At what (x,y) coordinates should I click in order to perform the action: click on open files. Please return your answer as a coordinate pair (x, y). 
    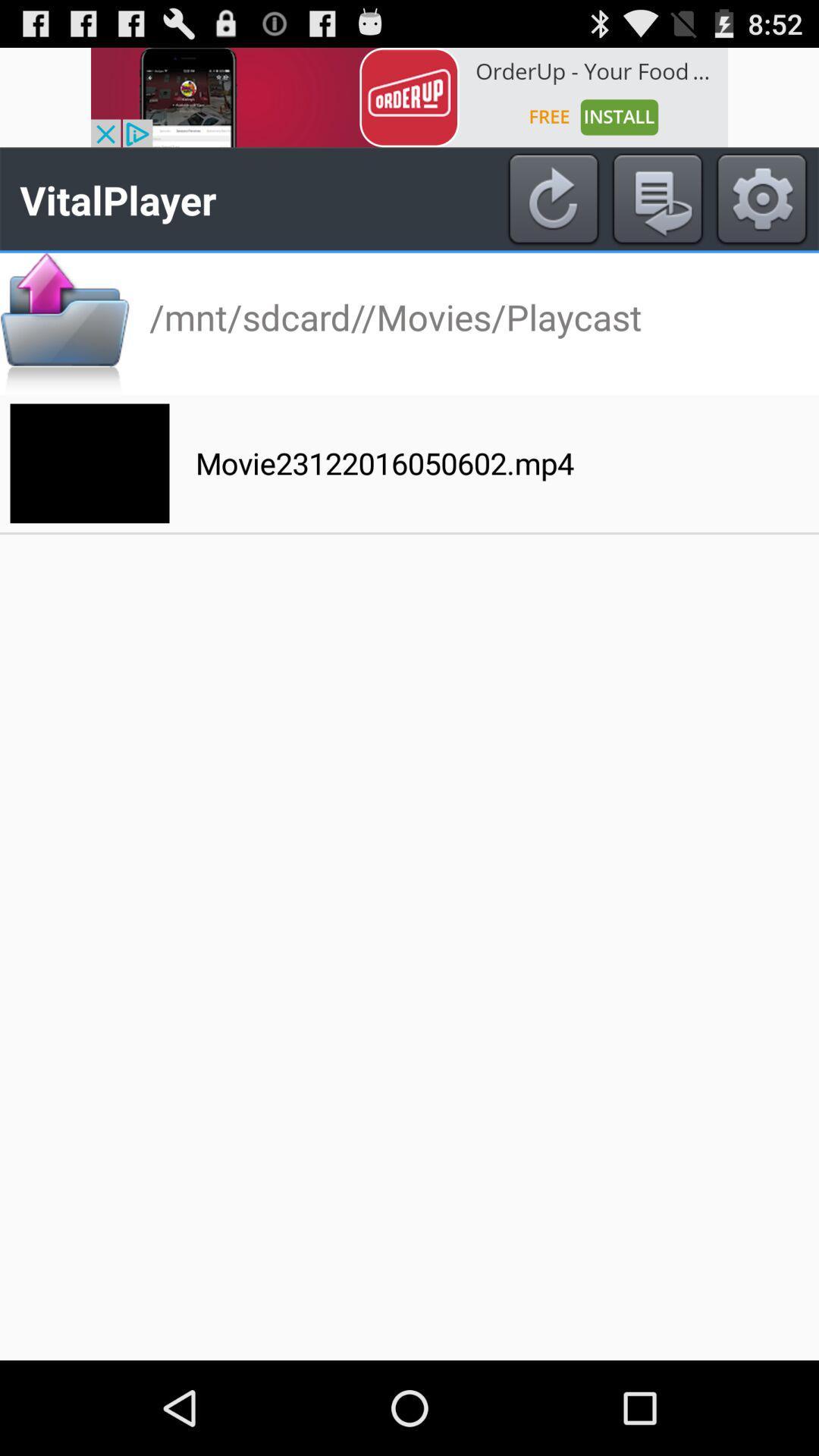
    Looking at the image, I should click on (64, 323).